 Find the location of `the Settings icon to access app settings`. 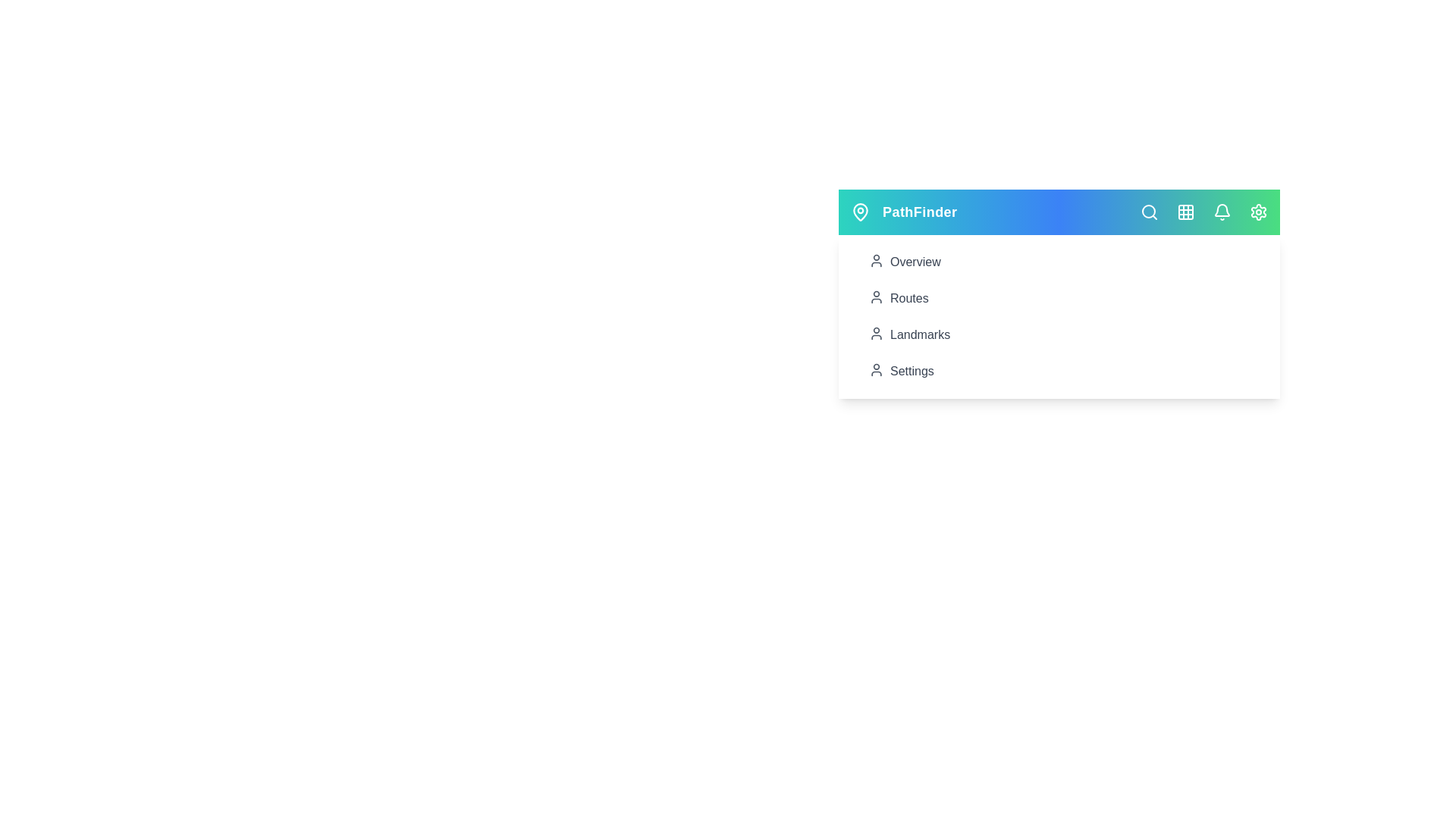

the Settings icon to access app settings is located at coordinates (1259, 212).